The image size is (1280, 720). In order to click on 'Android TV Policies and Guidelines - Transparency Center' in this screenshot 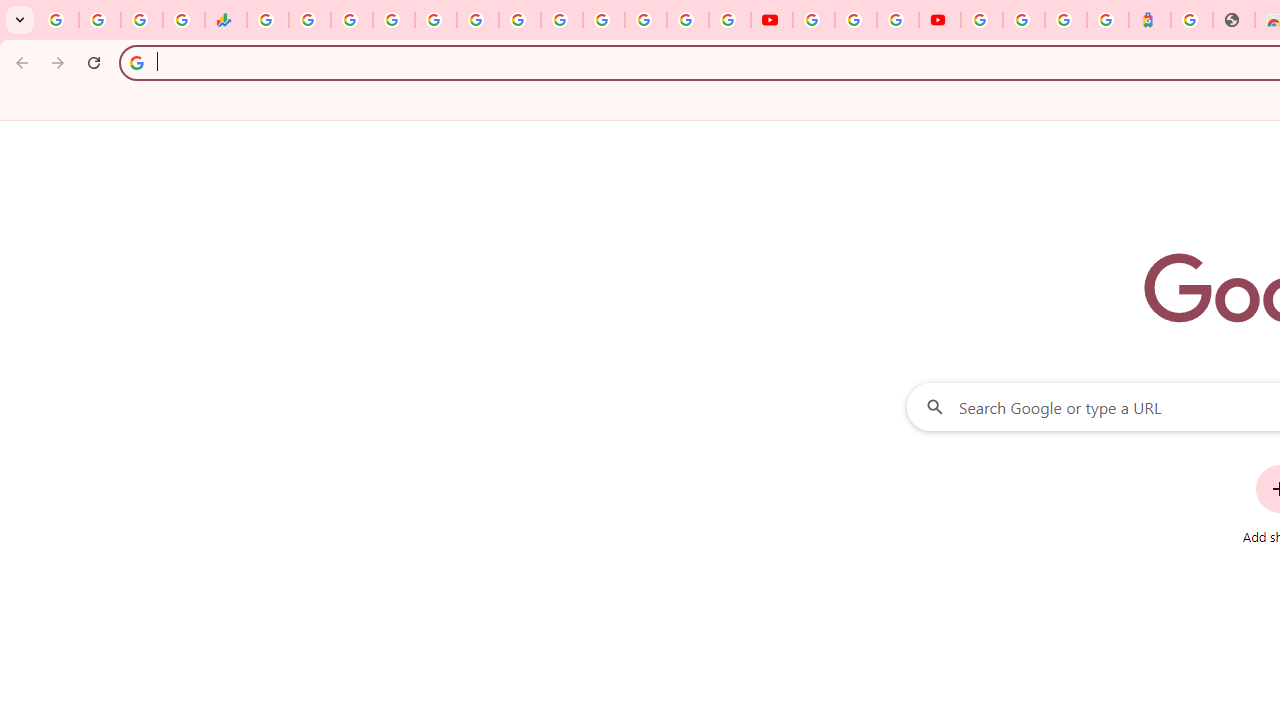, I will do `click(520, 20)`.